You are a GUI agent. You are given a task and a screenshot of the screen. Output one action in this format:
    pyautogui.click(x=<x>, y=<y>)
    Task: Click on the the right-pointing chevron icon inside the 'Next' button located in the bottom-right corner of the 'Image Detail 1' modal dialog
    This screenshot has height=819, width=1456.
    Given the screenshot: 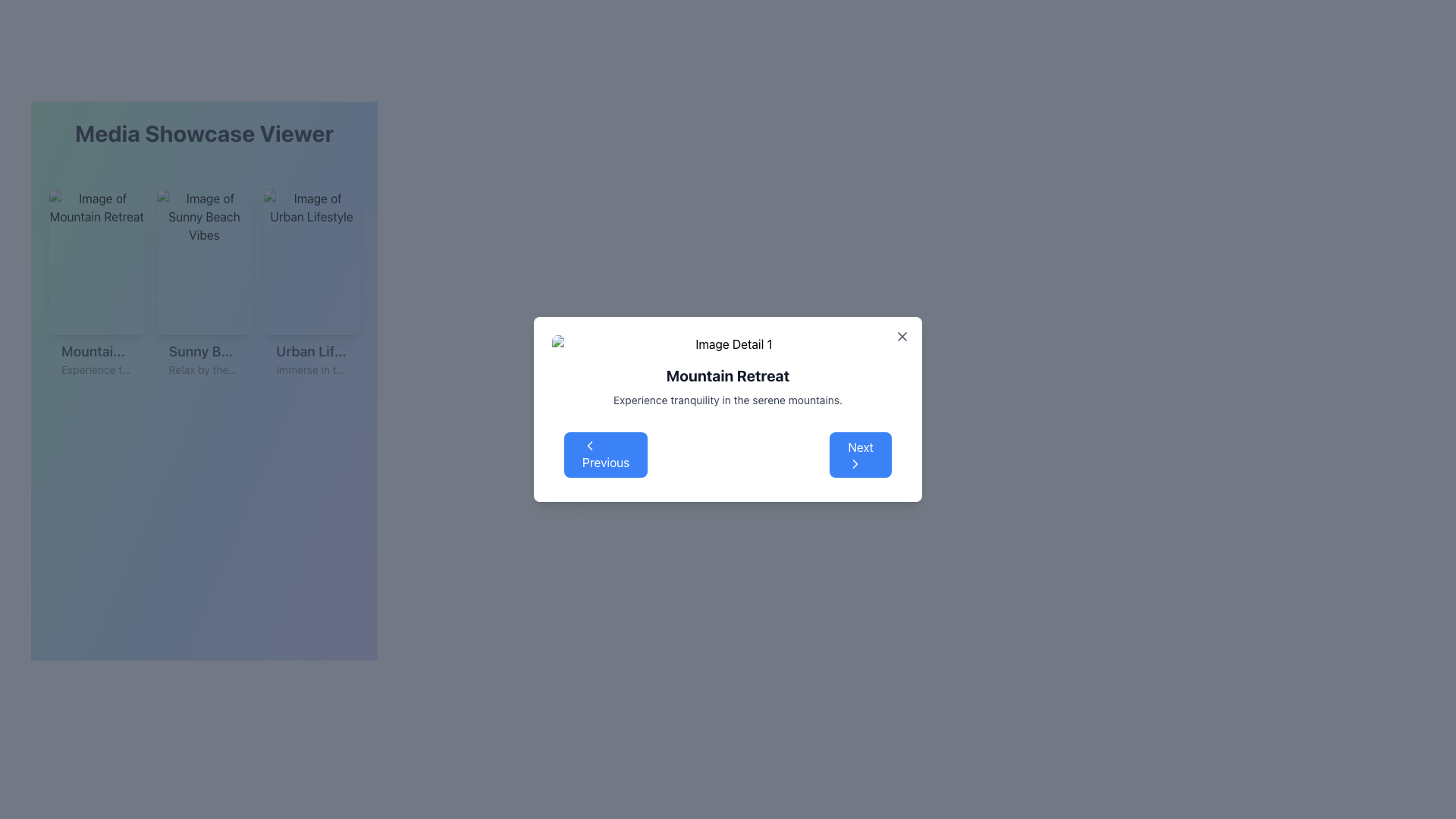 What is the action you would take?
    pyautogui.click(x=855, y=463)
    